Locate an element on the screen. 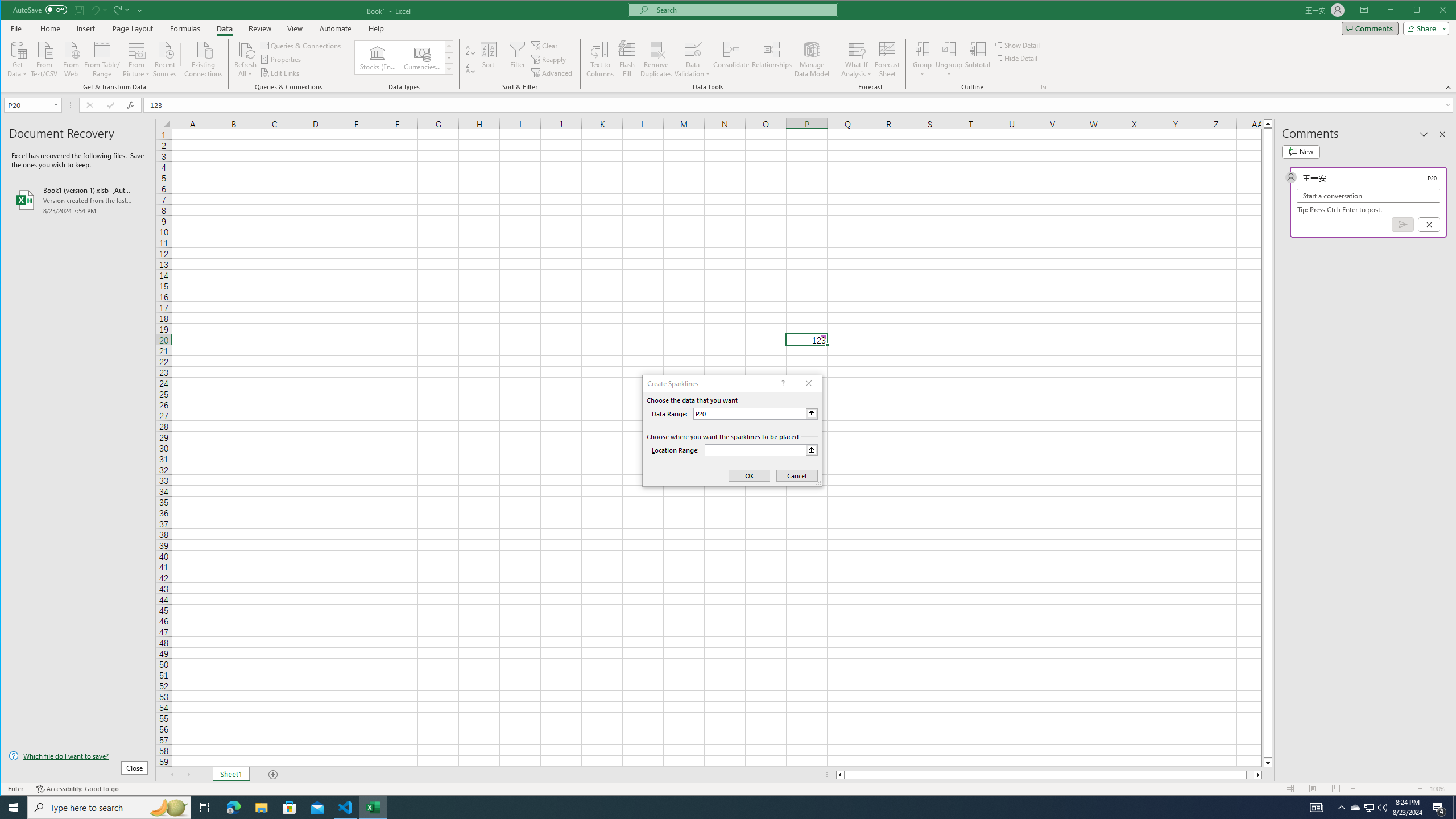 The width and height of the screenshot is (1456, 819). 'Consolidate...' is located at coordinates (731, 59).